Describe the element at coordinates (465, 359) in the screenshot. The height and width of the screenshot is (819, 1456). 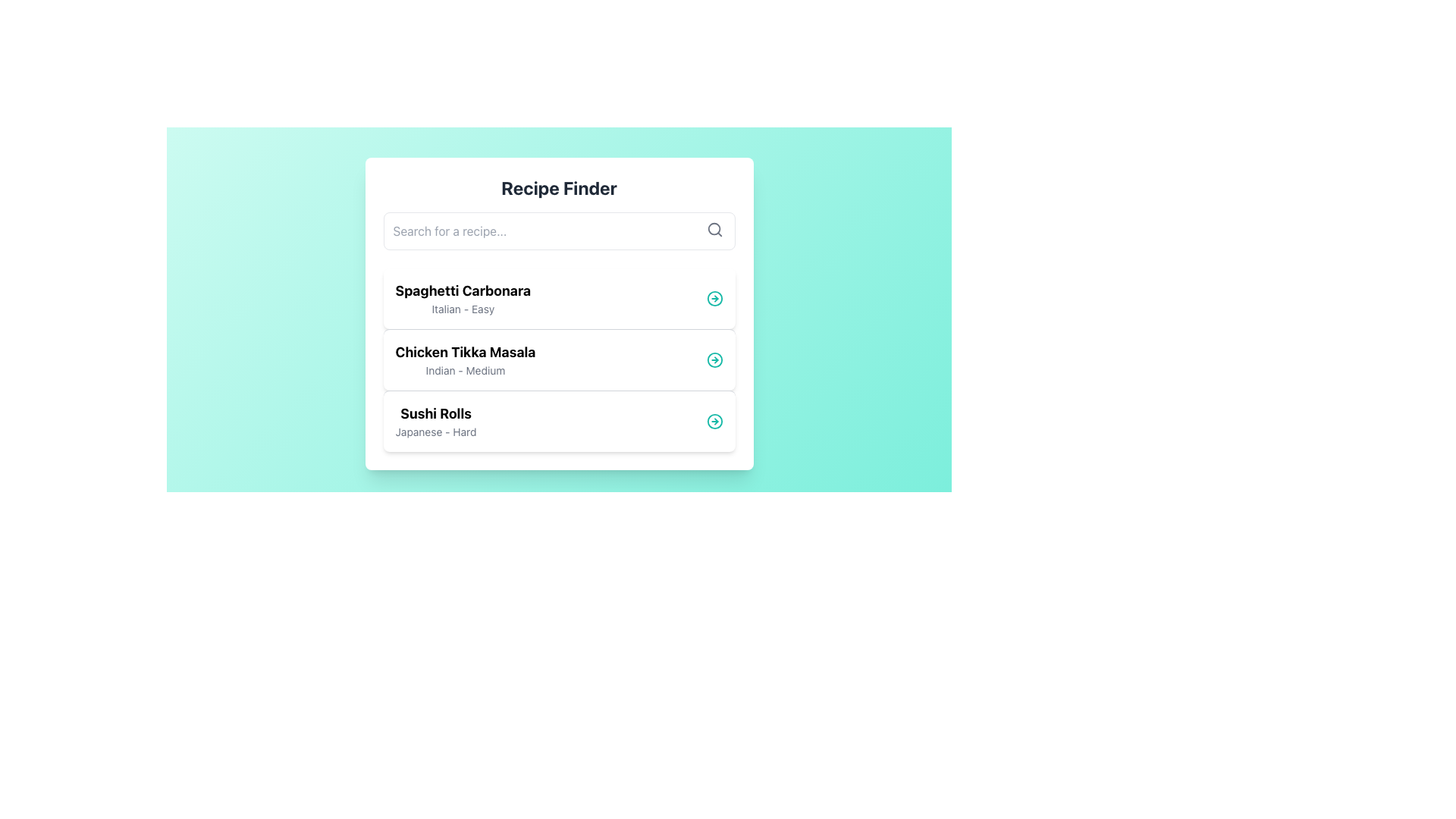
I see `text label displaying 'Chicken Tikka Masala' in bold black font, which is the second item in a vertical list within a white card-like area` at that location.